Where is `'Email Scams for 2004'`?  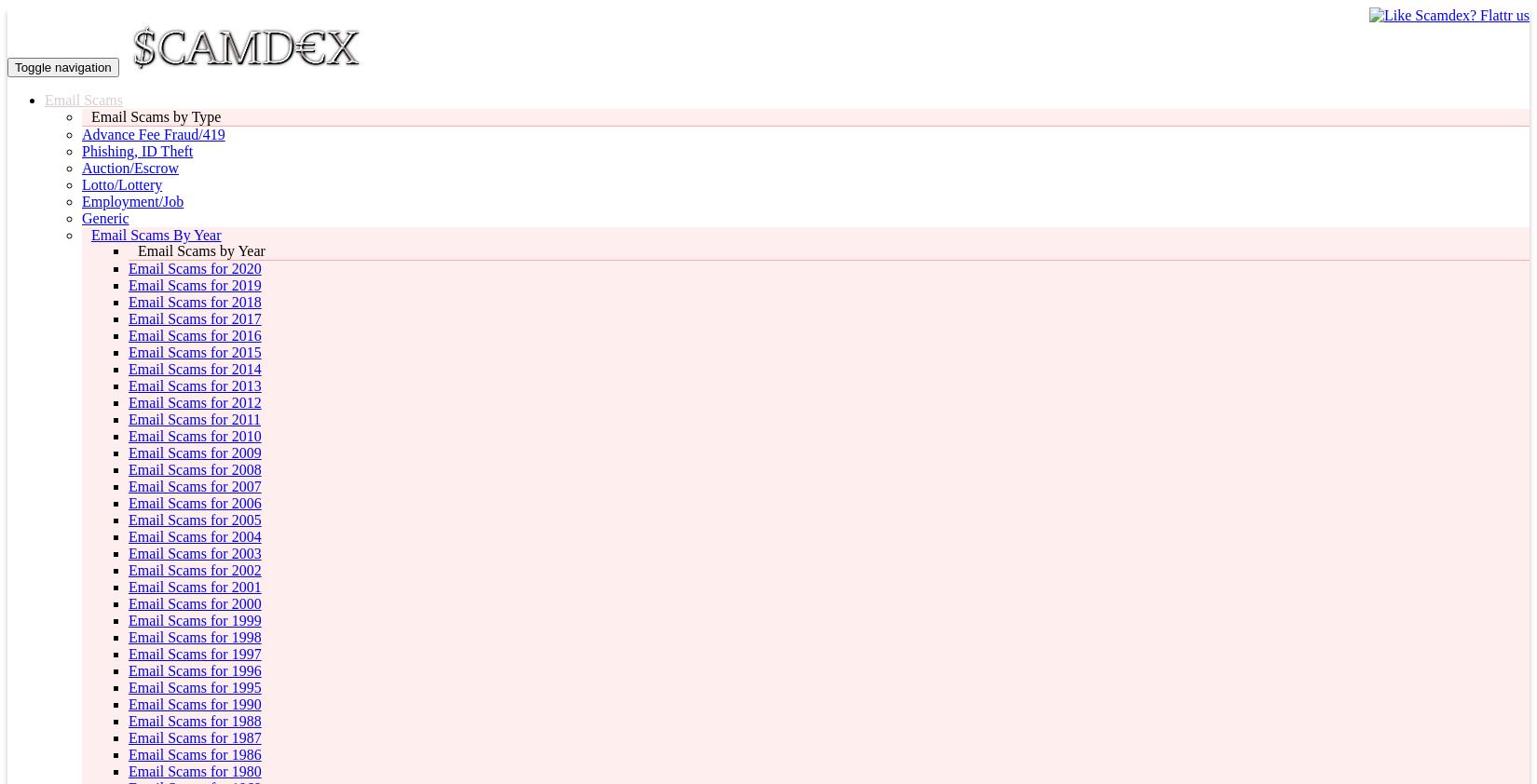
'Email Scams for 2004' is located at coordinates (195, 535).